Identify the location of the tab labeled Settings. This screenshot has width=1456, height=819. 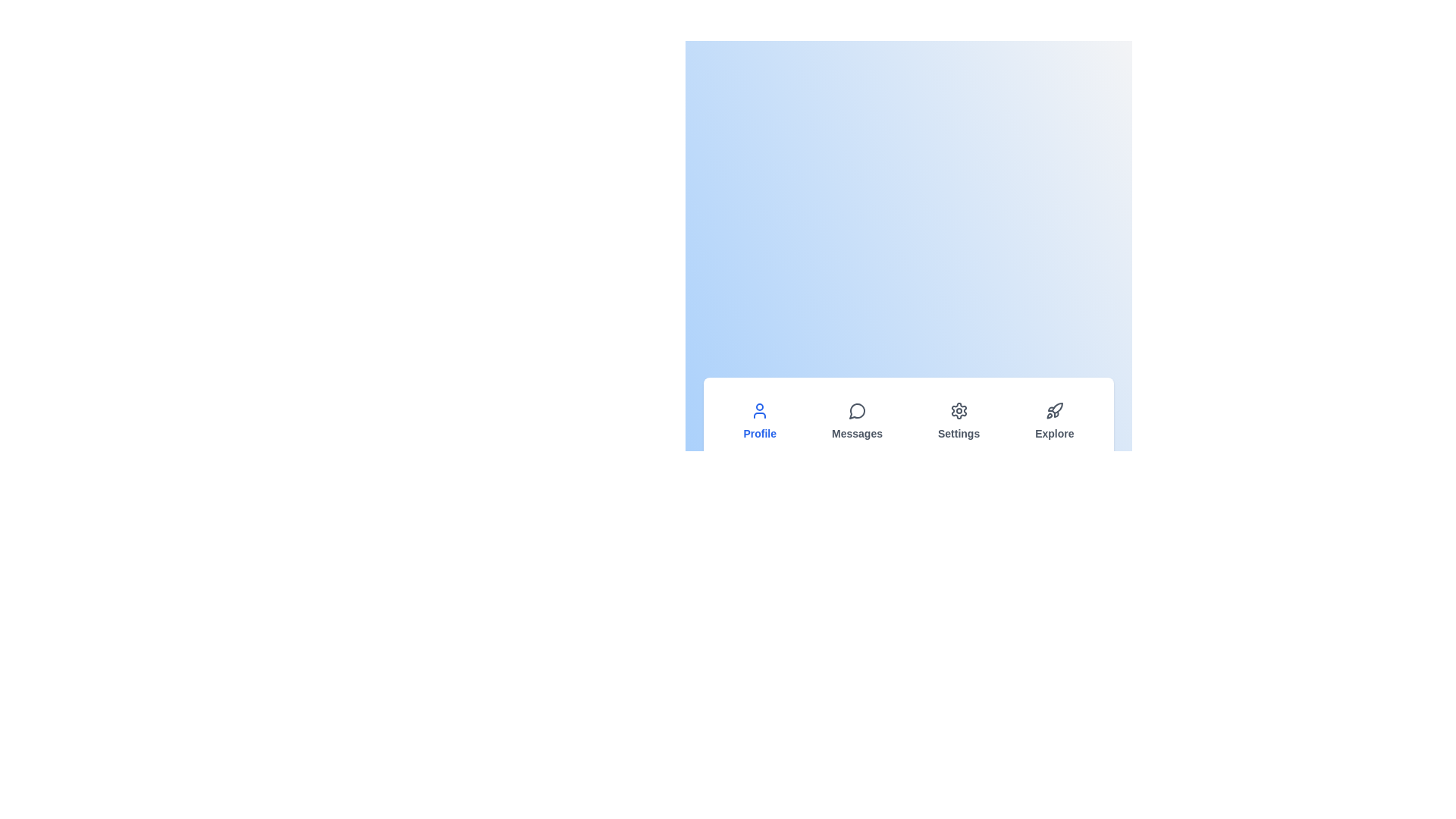
(958, 421).